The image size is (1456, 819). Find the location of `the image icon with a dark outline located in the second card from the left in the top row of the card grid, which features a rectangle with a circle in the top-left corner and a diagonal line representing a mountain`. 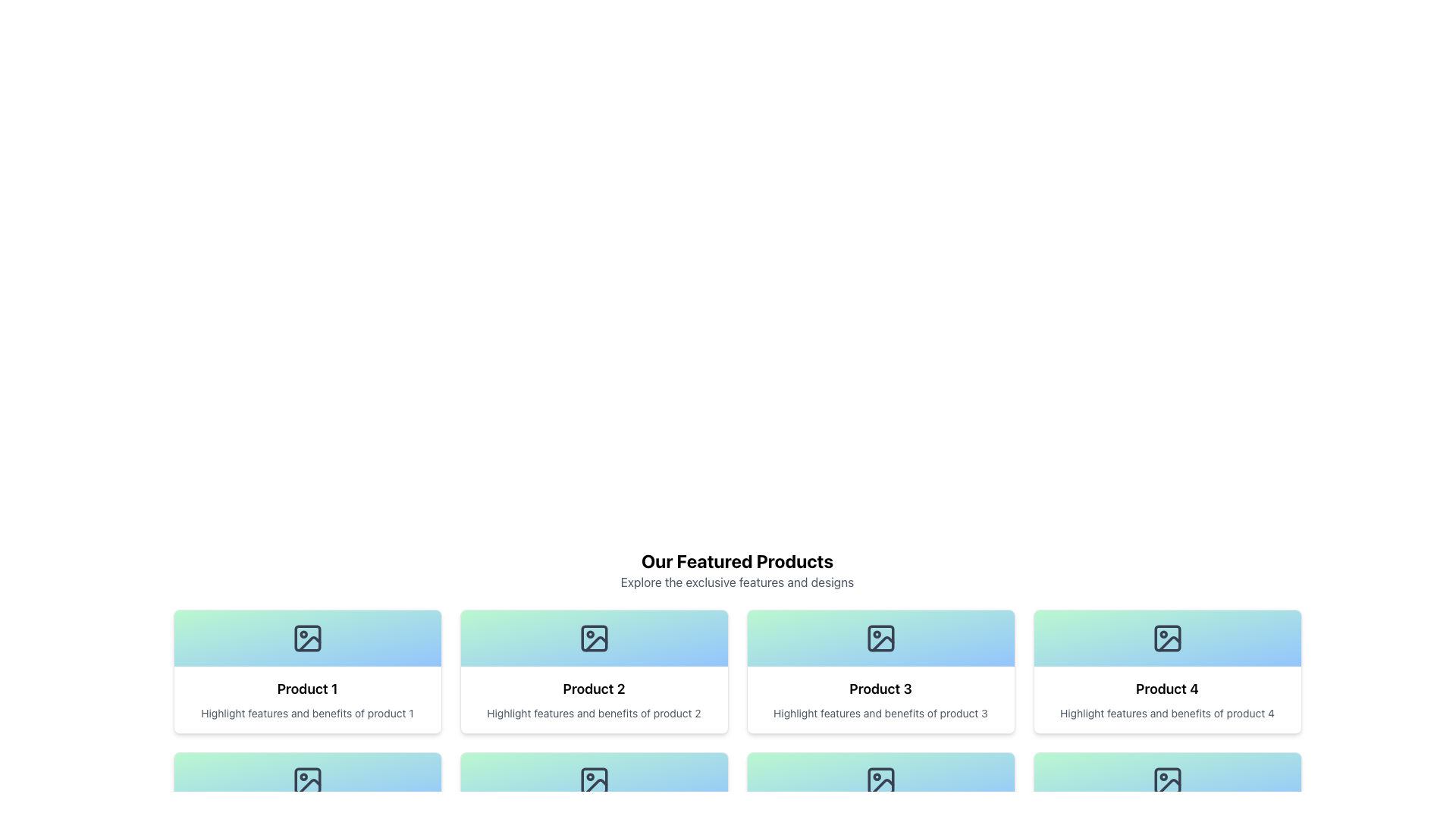

the image icon with a dark outline located in the second card from the left in the top row of the card grid, which features a rectangle with a circle in the top-left corner and a diagonal line representing a mountain is located at coordinates (593, 638).